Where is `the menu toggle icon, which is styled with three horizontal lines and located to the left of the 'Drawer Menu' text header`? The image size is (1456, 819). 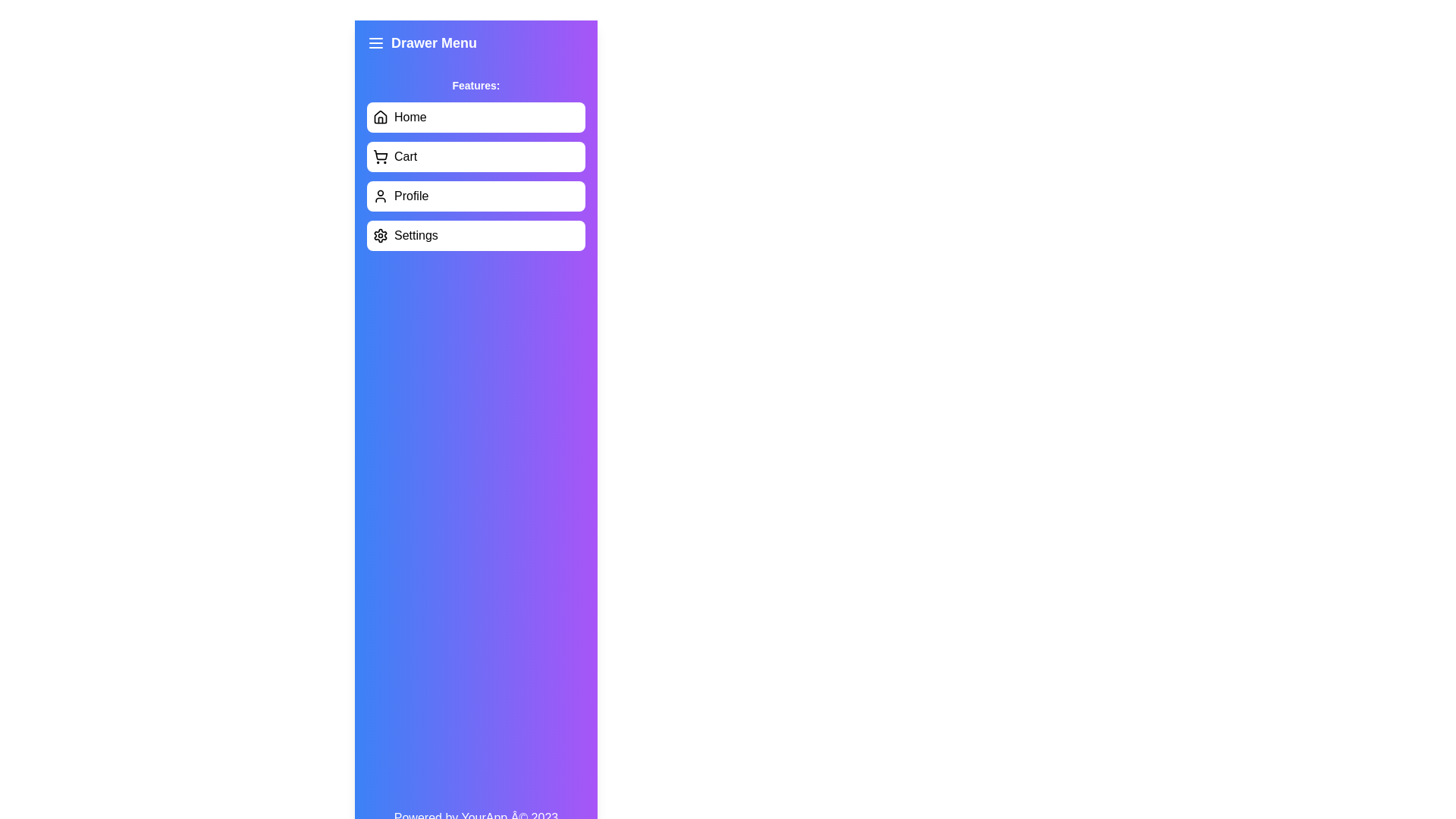 the menu toggle icon, which is styled with three horizontal lines and located to the left of the 'Drawer Menu' text header is located at coordinates (375, 42).